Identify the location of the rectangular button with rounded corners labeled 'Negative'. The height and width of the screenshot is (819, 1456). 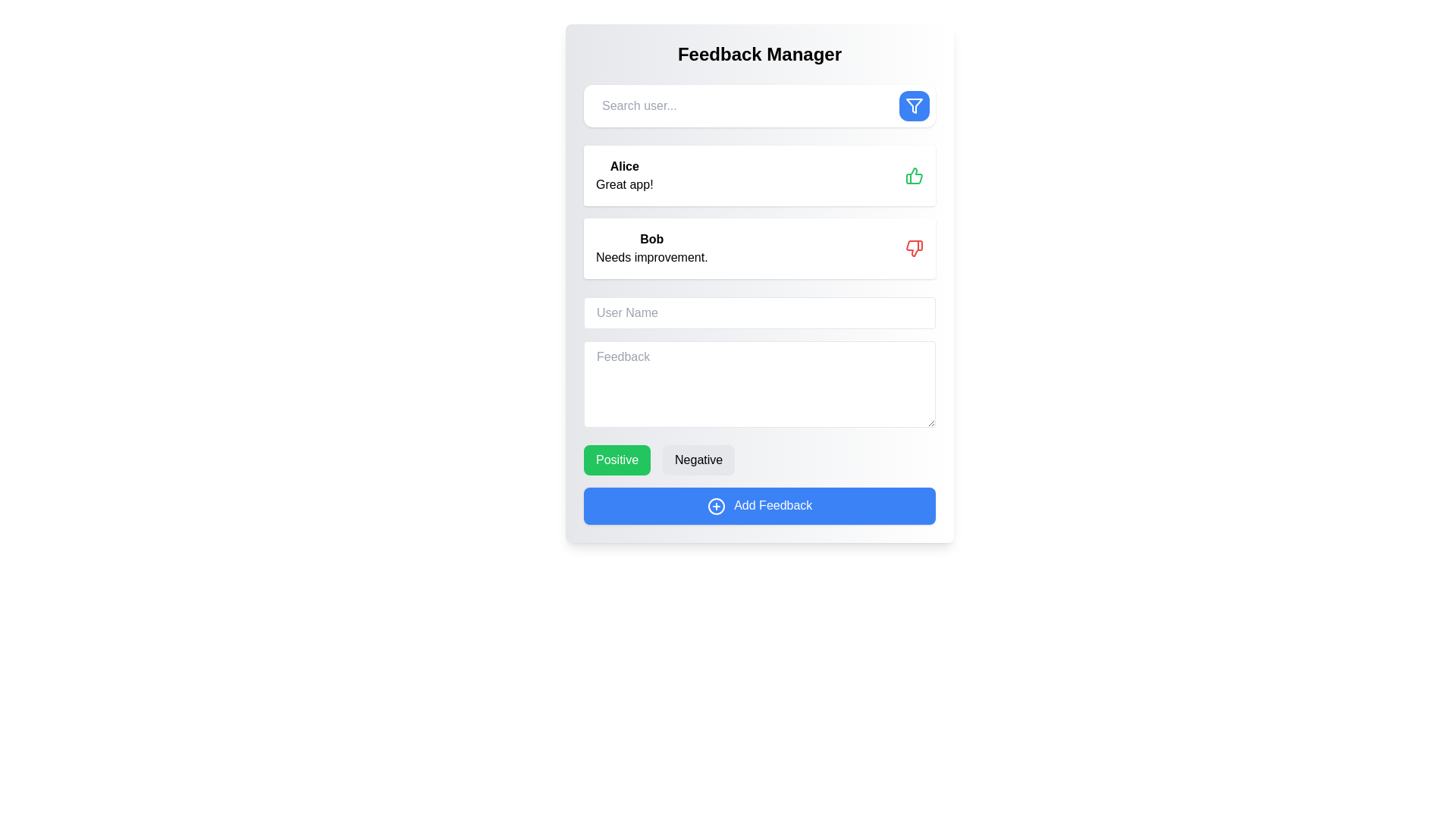
(698, 459).